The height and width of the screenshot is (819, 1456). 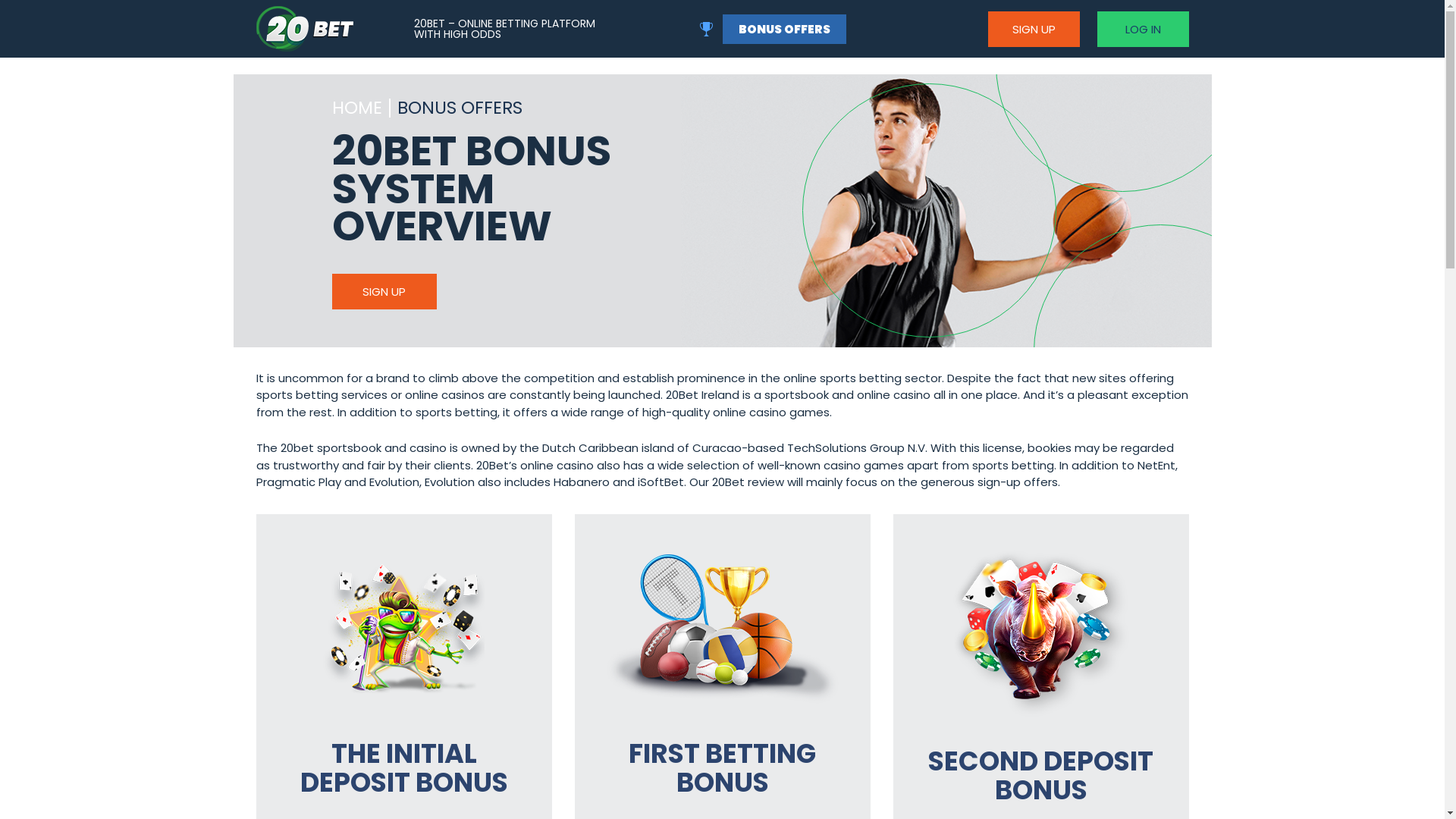 I want to click on 'HOME', so click(x=356, y=108).